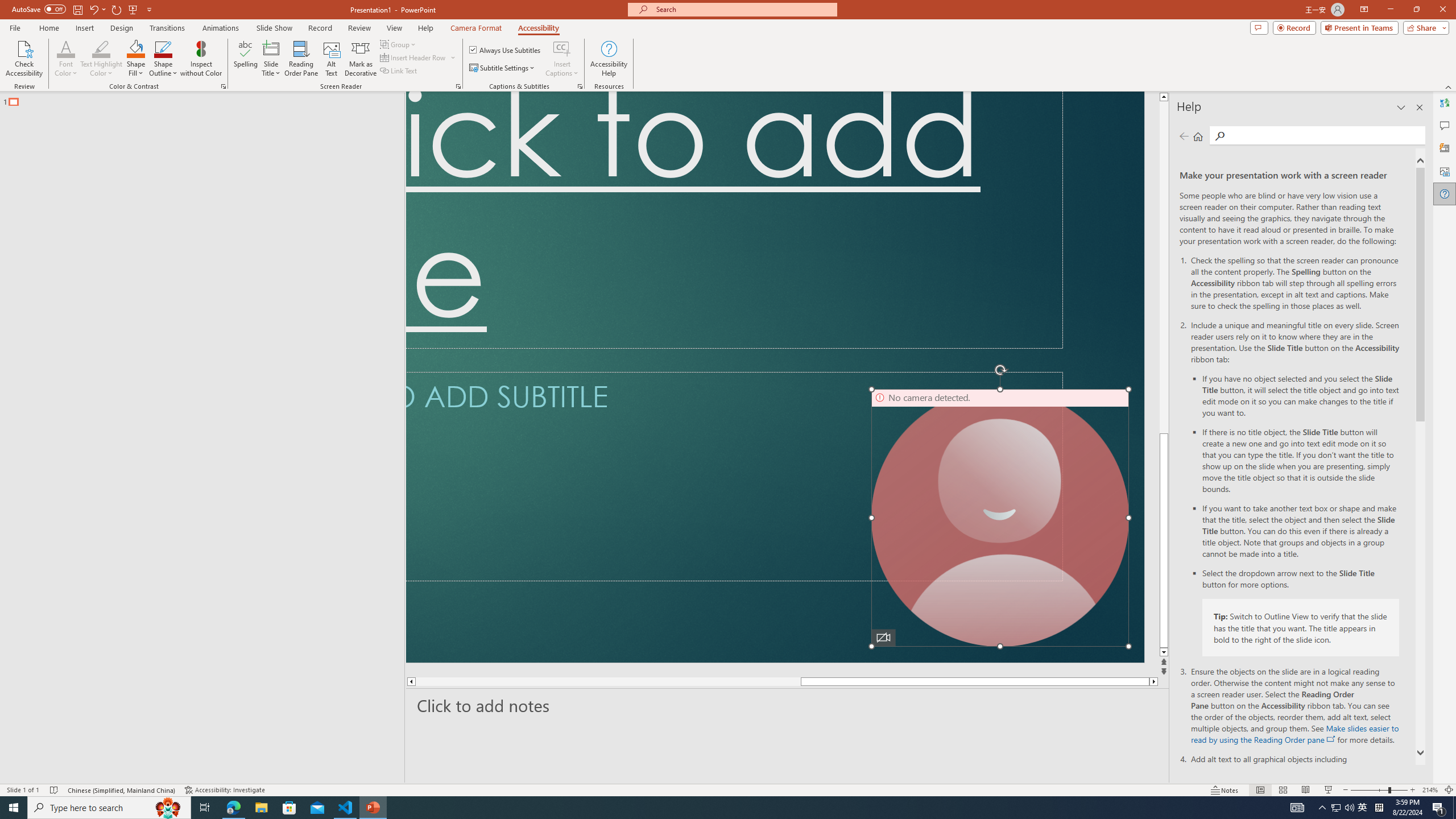  What do you see at coordinates (1183, 135) in the screenshot?
I see `'Previous page'` at bounding box center [1183, 135].